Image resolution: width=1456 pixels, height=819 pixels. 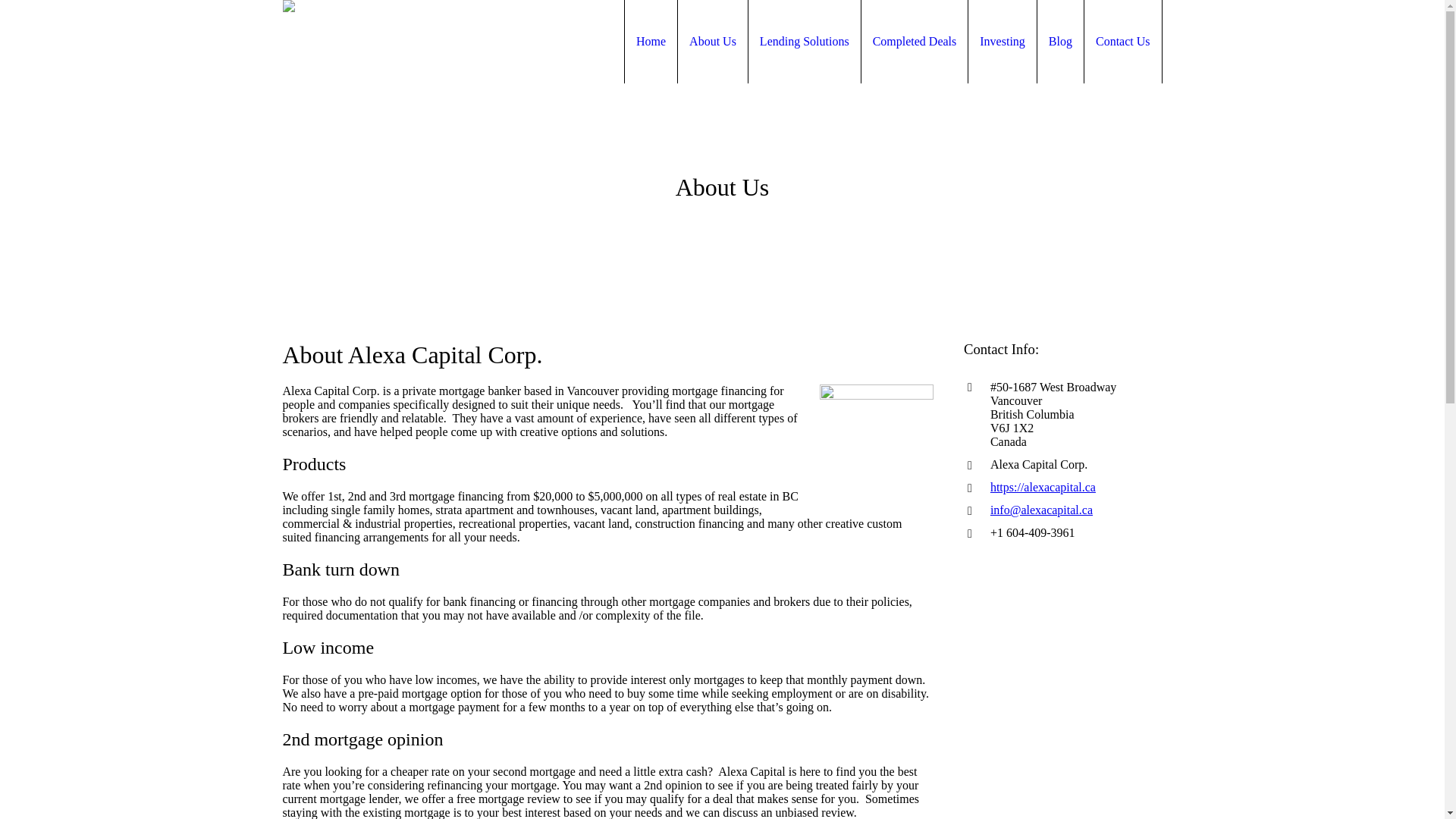 What do you see at coordinates (1042, 487) in the screenshot?
I see `'https://alexacapital.ca'` at bounding box center [1042, 487].